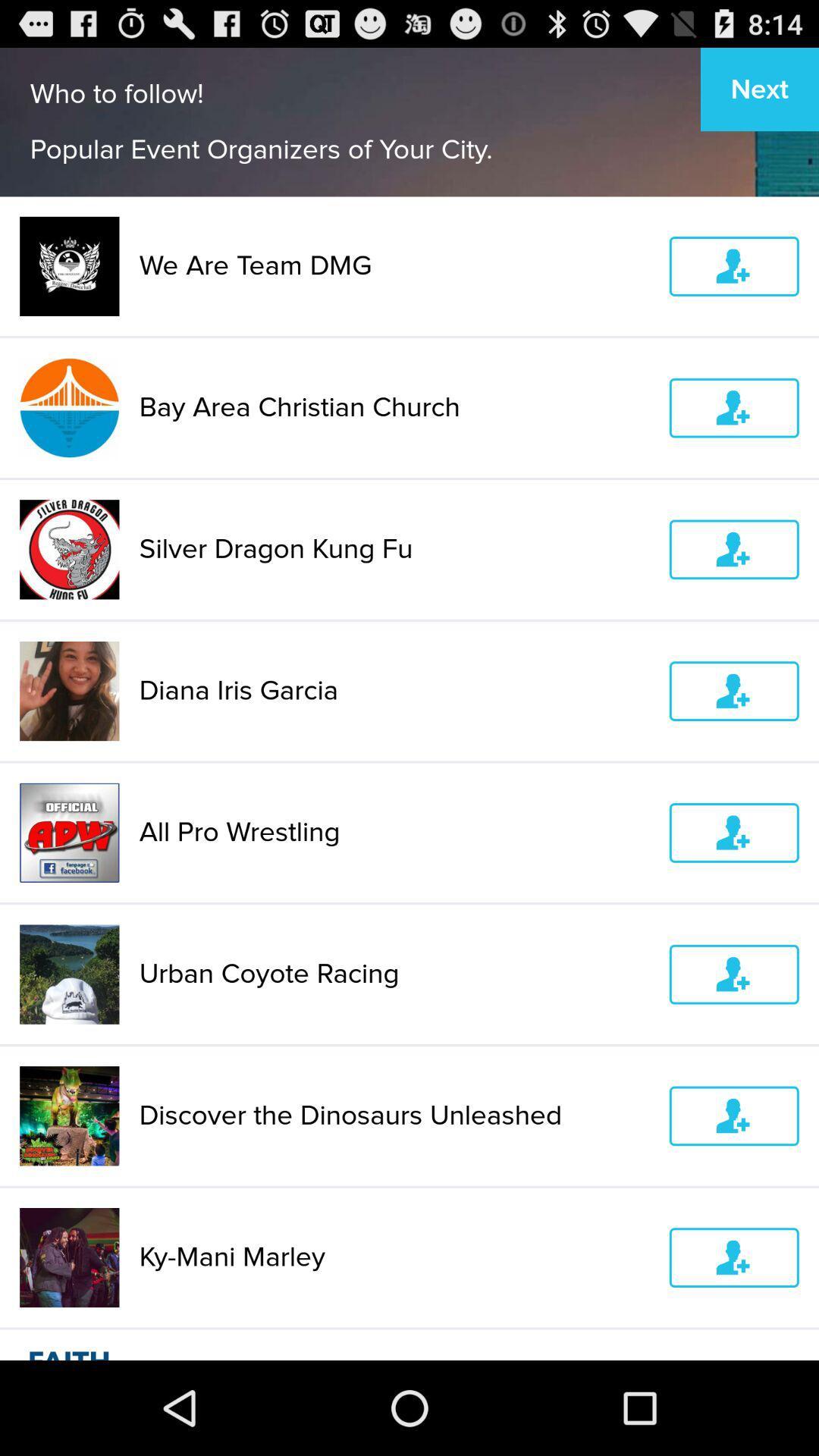 The height and width of the screenshot is (1456, 819). Describe the element at coordinates (394, 690) in the screenshot. I see `the app above all pro wrestling icon` at that location.